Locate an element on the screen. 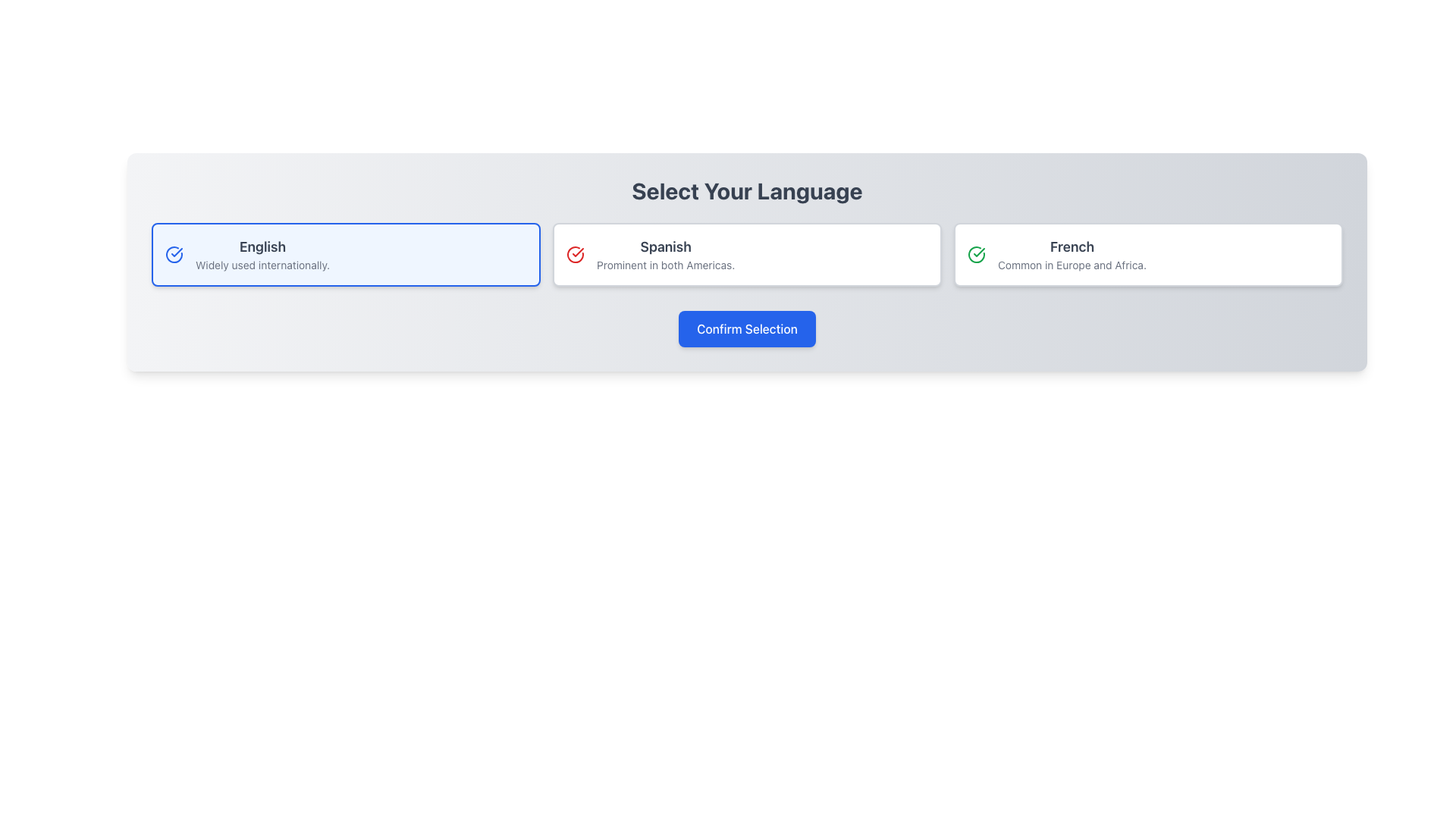  the text label component indicating the language option 'English', which is located at the top of the language selection card on the left side of the interface is located at coordinates (262, 246).